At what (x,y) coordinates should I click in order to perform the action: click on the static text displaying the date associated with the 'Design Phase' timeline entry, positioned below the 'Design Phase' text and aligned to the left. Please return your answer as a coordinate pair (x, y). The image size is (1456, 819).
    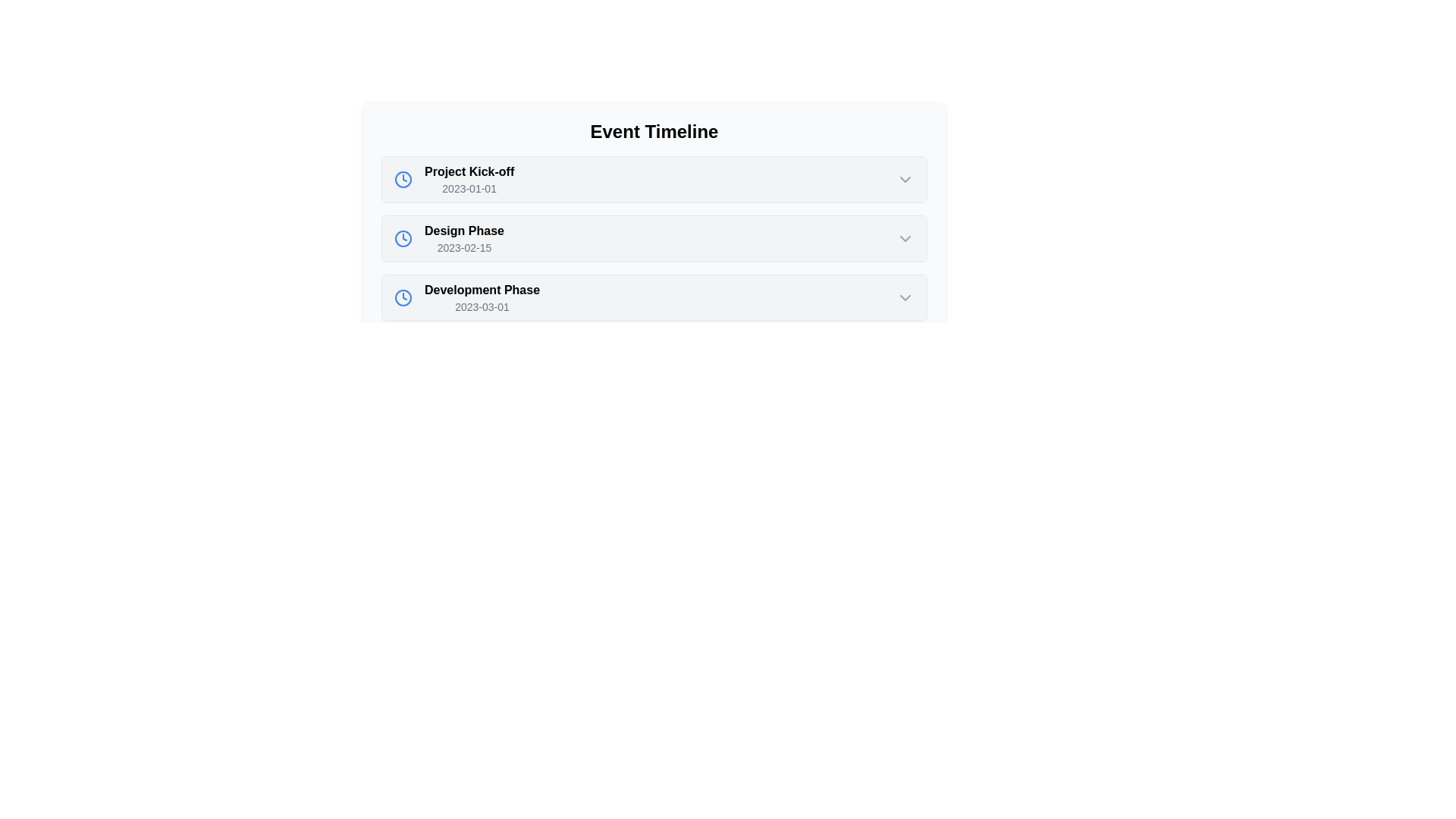
    Looking at the image, I should click on (463, 247).